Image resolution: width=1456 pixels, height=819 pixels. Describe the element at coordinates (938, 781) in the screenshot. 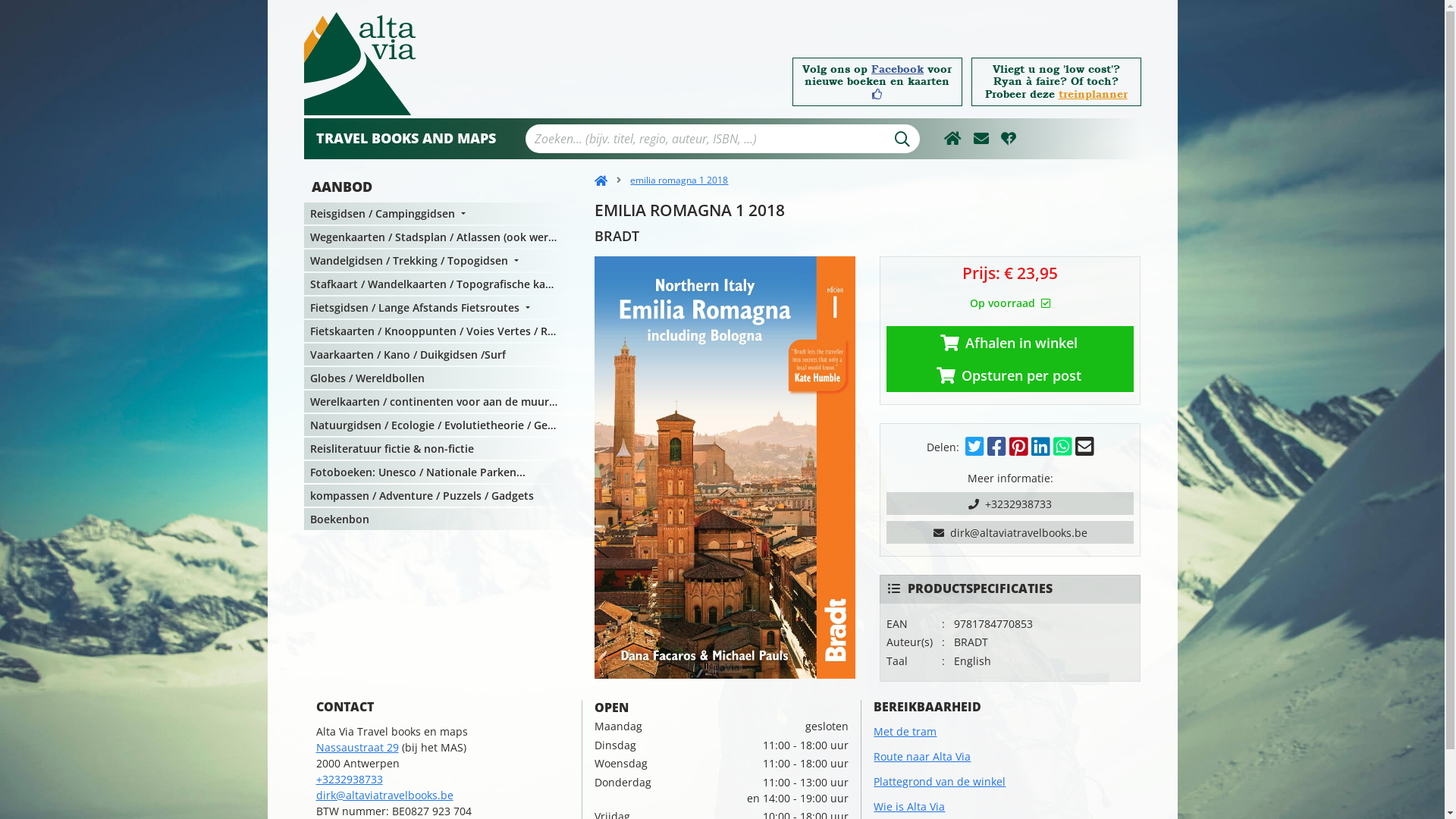

I see `'Plattegrond van de winkel'` at that location.